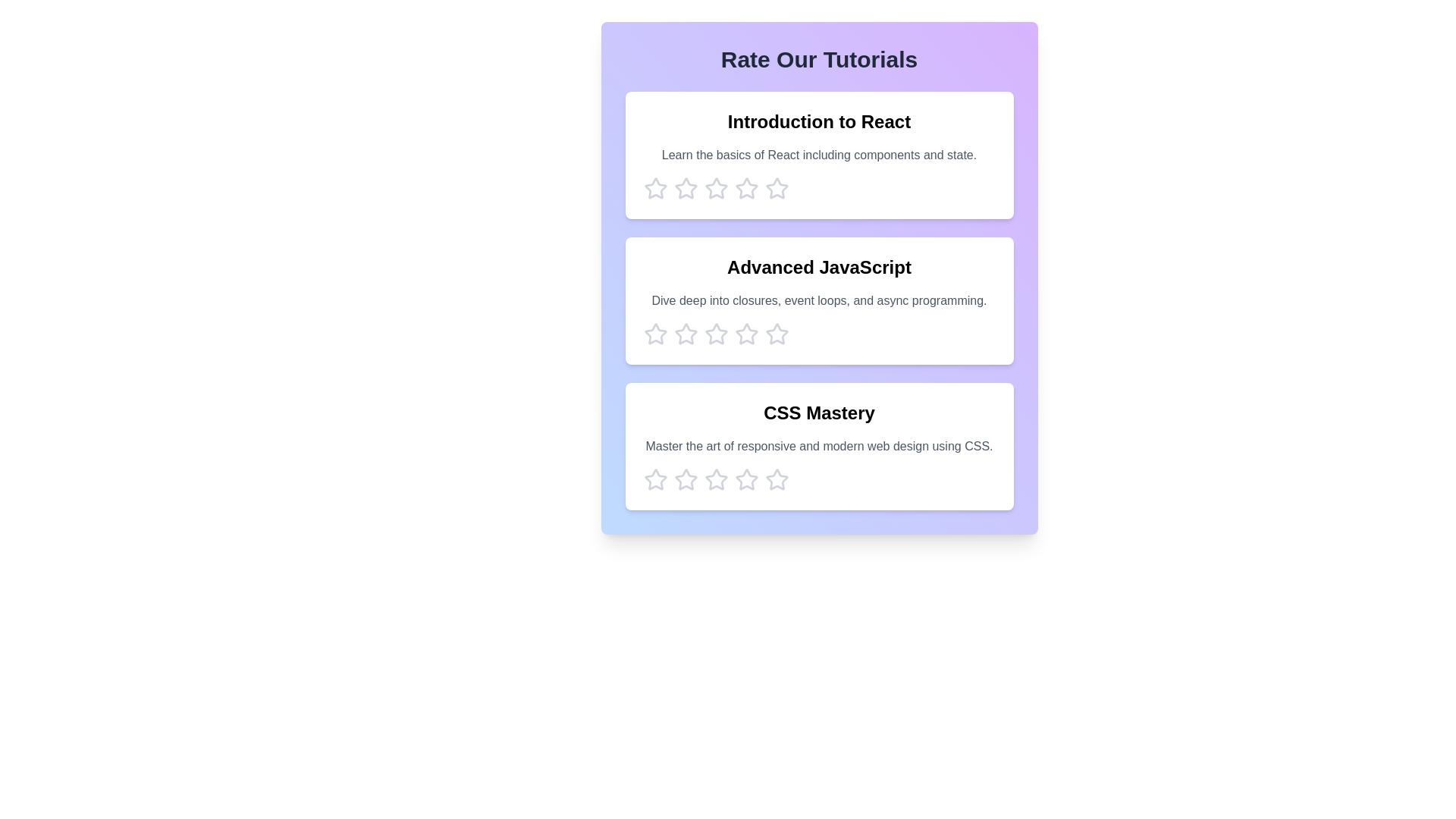 The height and width of the screenshot is (819, 1456). Describe the element at coordinates (685, 188) in the screenshot. I see `the star corresponding to 2 stars to preview the rating effect` at that location.